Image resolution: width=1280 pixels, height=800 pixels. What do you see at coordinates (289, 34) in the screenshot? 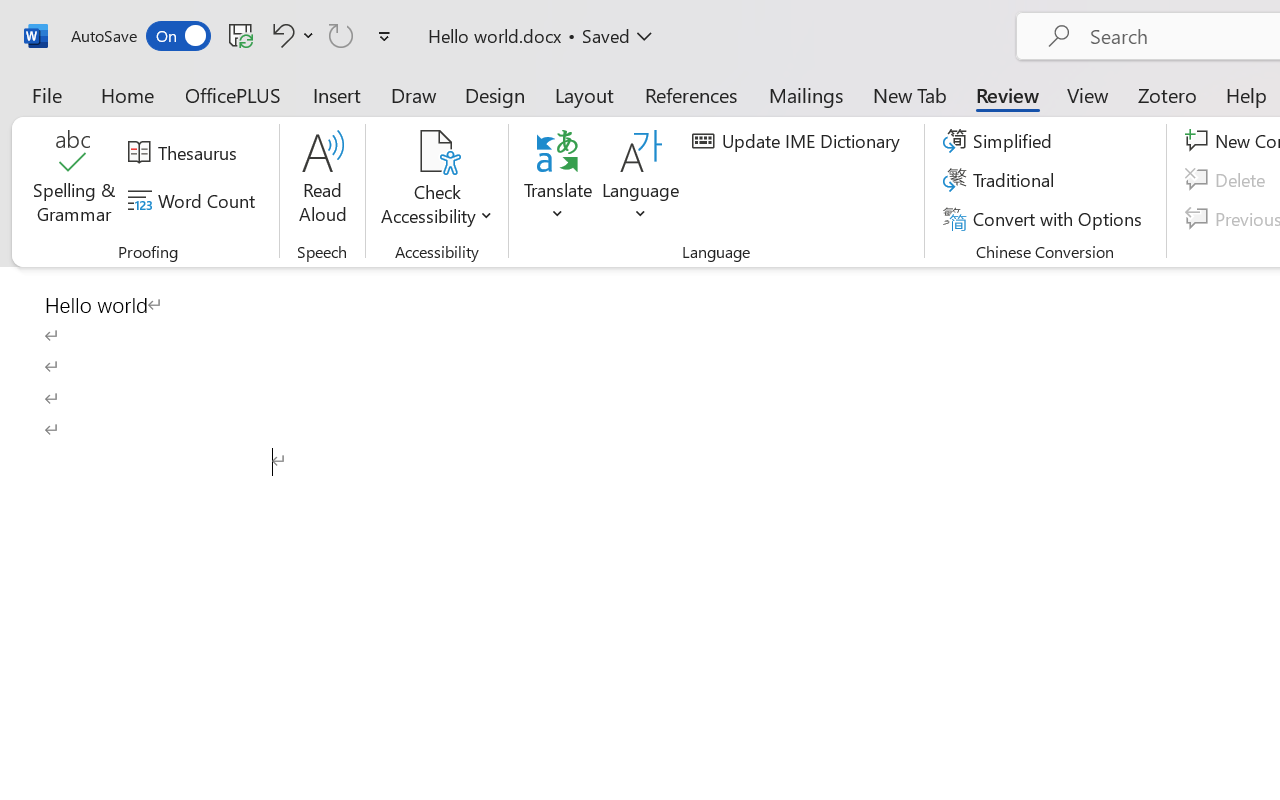
I see `'Undo Click and Type Formatting'` at bounding box center [289, 34].